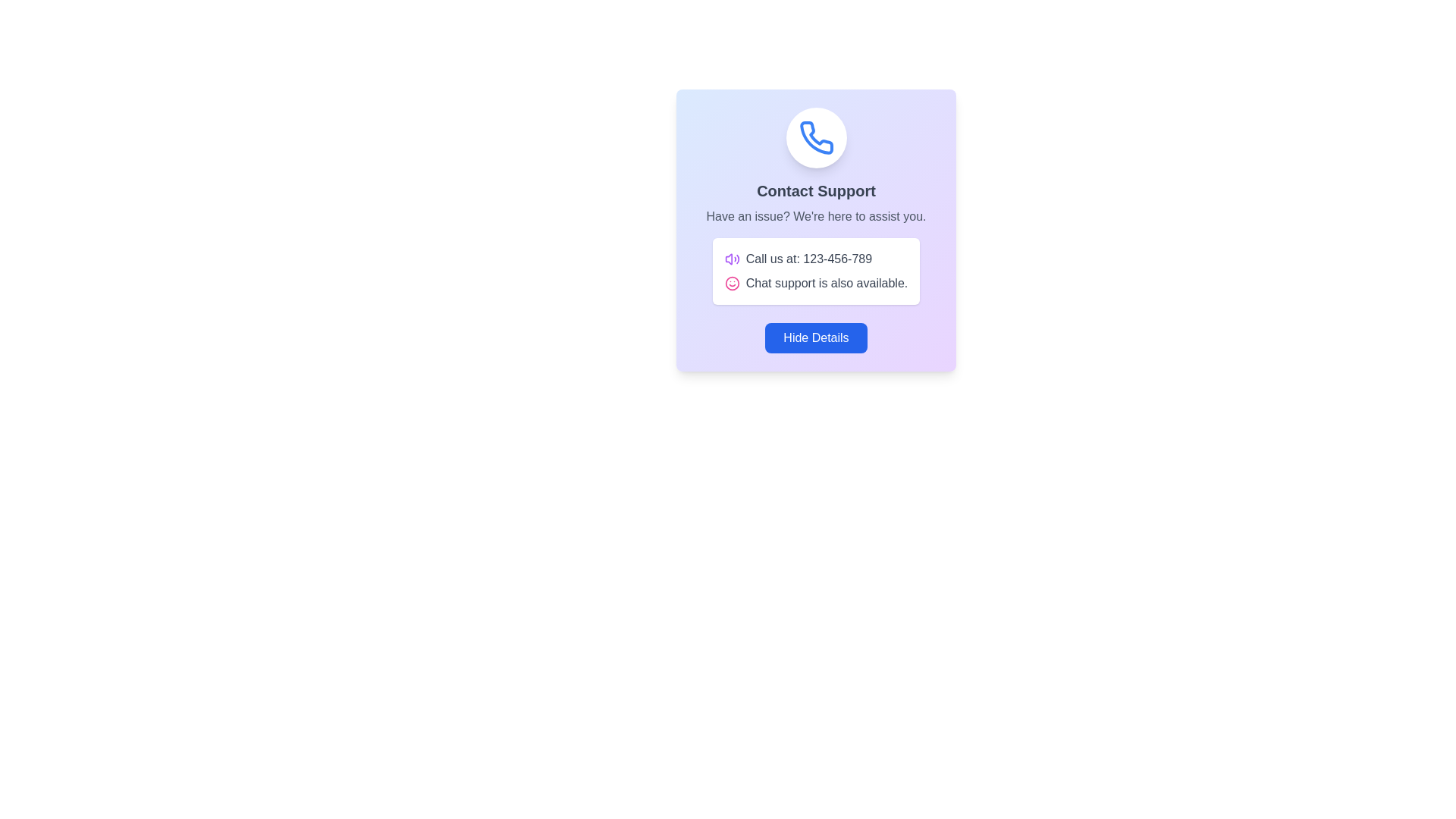 The image size is (1456, 819). What do you see at coordinates (815, 216) in the screenshot?
I see `the text label located within the support information card, positioned below the title 'Contact Support' and above the contact methods section` at bounding box center [815, 216].